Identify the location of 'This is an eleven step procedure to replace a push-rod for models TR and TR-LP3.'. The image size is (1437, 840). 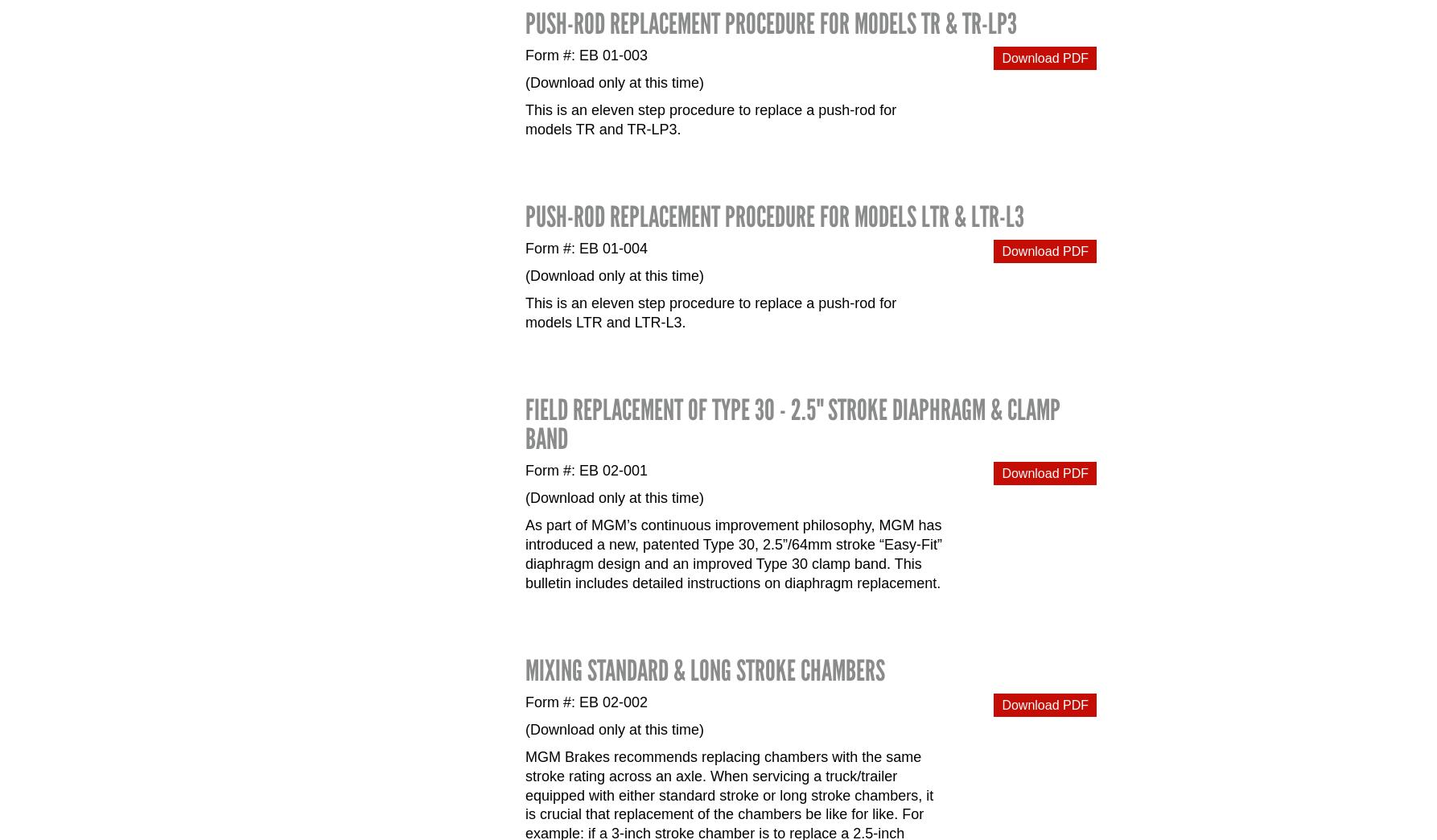
(710, 118).